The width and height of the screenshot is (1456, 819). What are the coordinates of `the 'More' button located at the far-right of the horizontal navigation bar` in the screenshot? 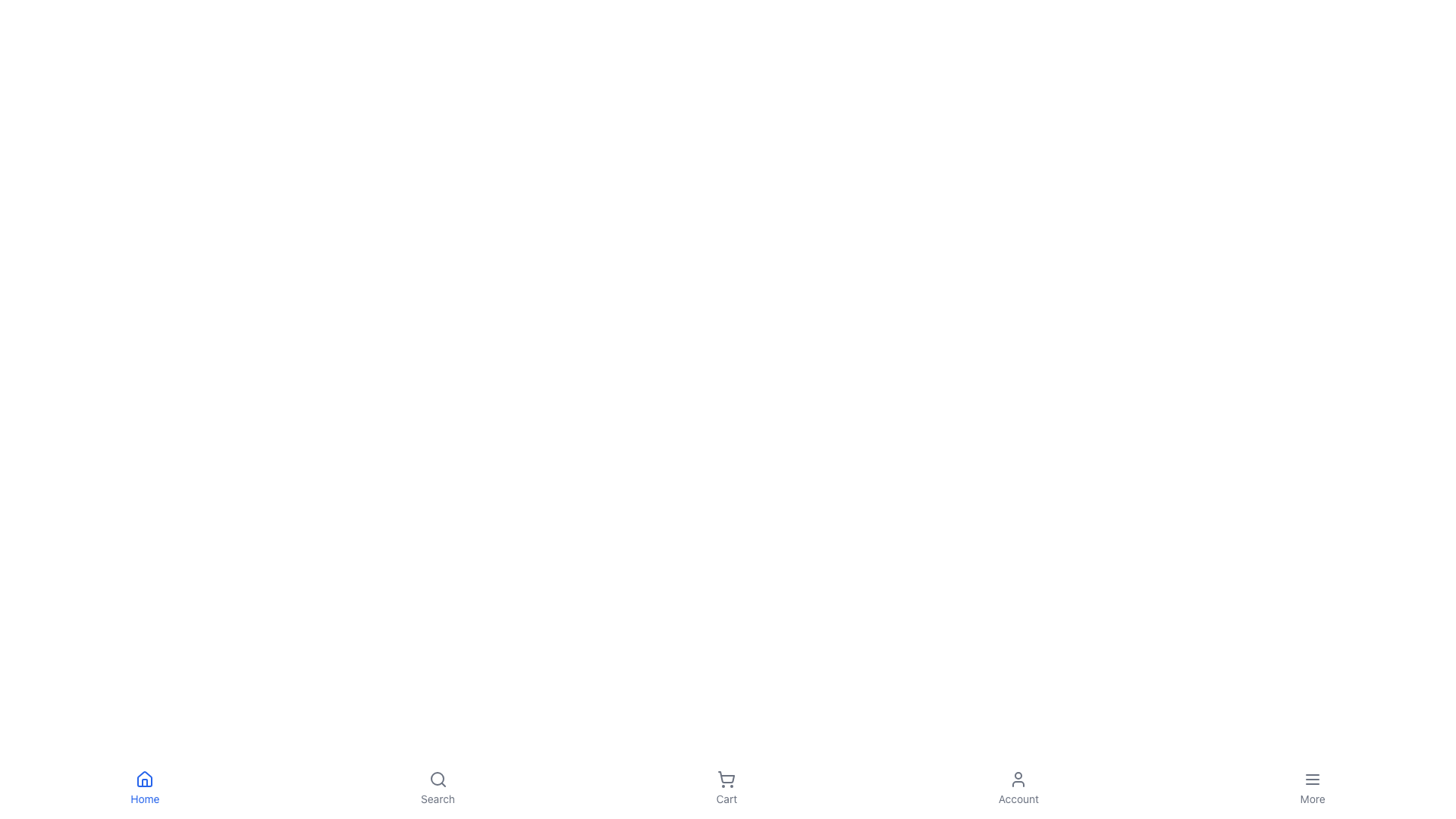 It's located at (1312, 788).